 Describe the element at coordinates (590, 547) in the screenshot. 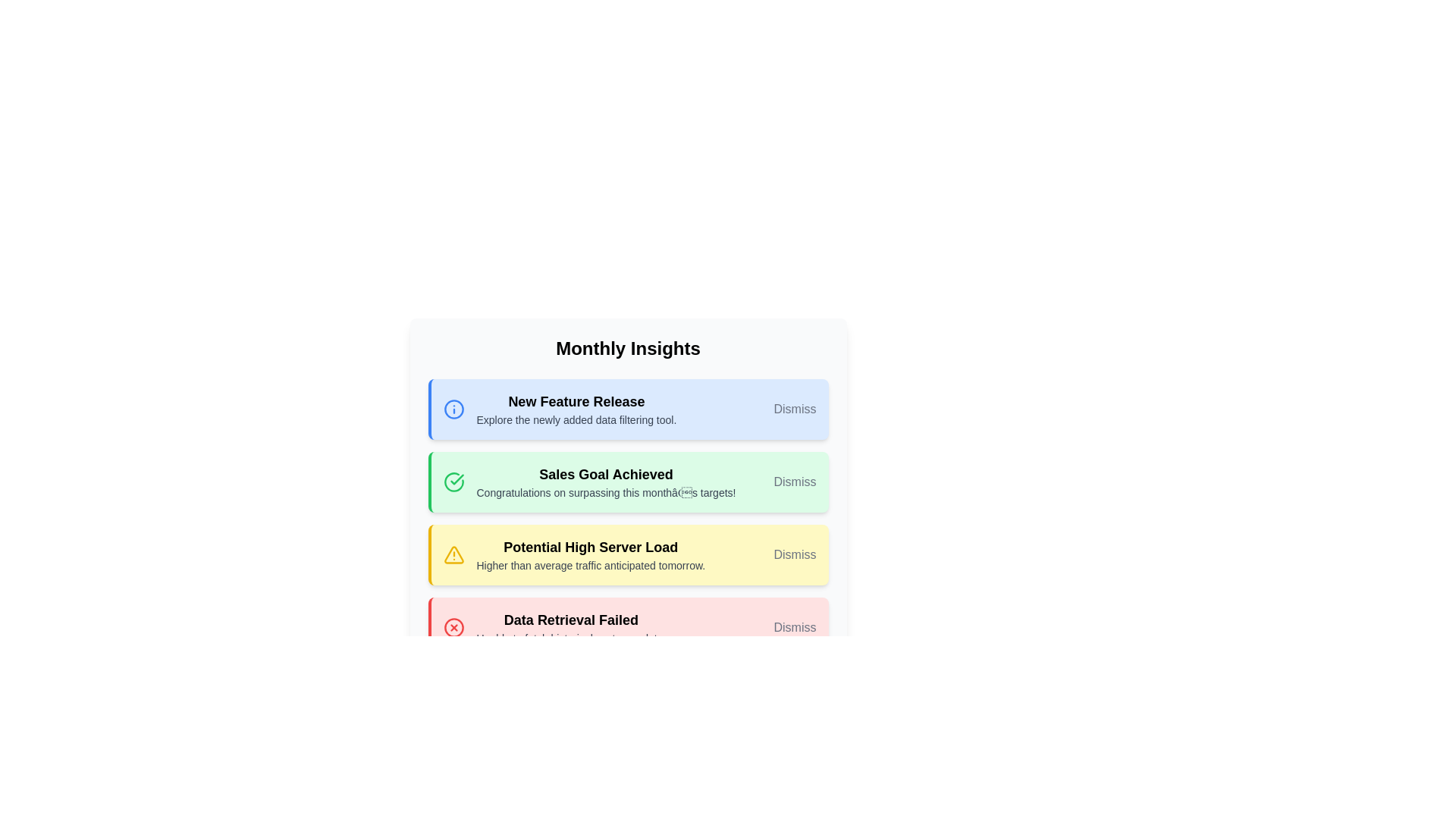

I see `title text of the notification card located in the upper half of the third card in a vertically stacked set of notification cards` at that location.